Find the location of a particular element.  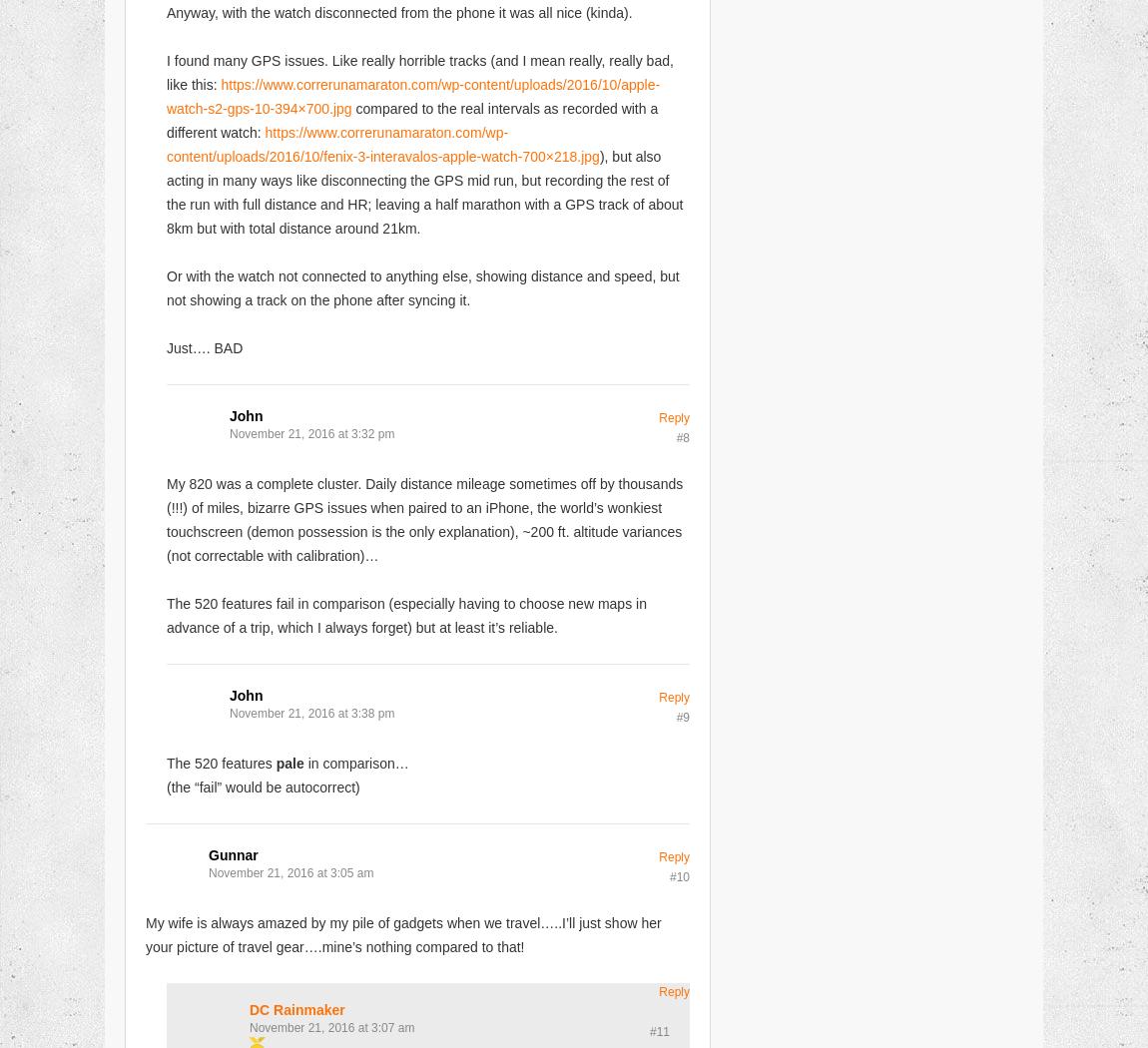

'My 820 was a complete cluster. Daily distance mileage sometimes off by thousands (!!!) of miles, bizarre GPS issues when paired to an iPhone, the world’s wonkiest touchscreen (demon possession is the only explanation), ~200 ft. altitude variances (not correctable with calibration)…' is located at coordinates (424, 517).